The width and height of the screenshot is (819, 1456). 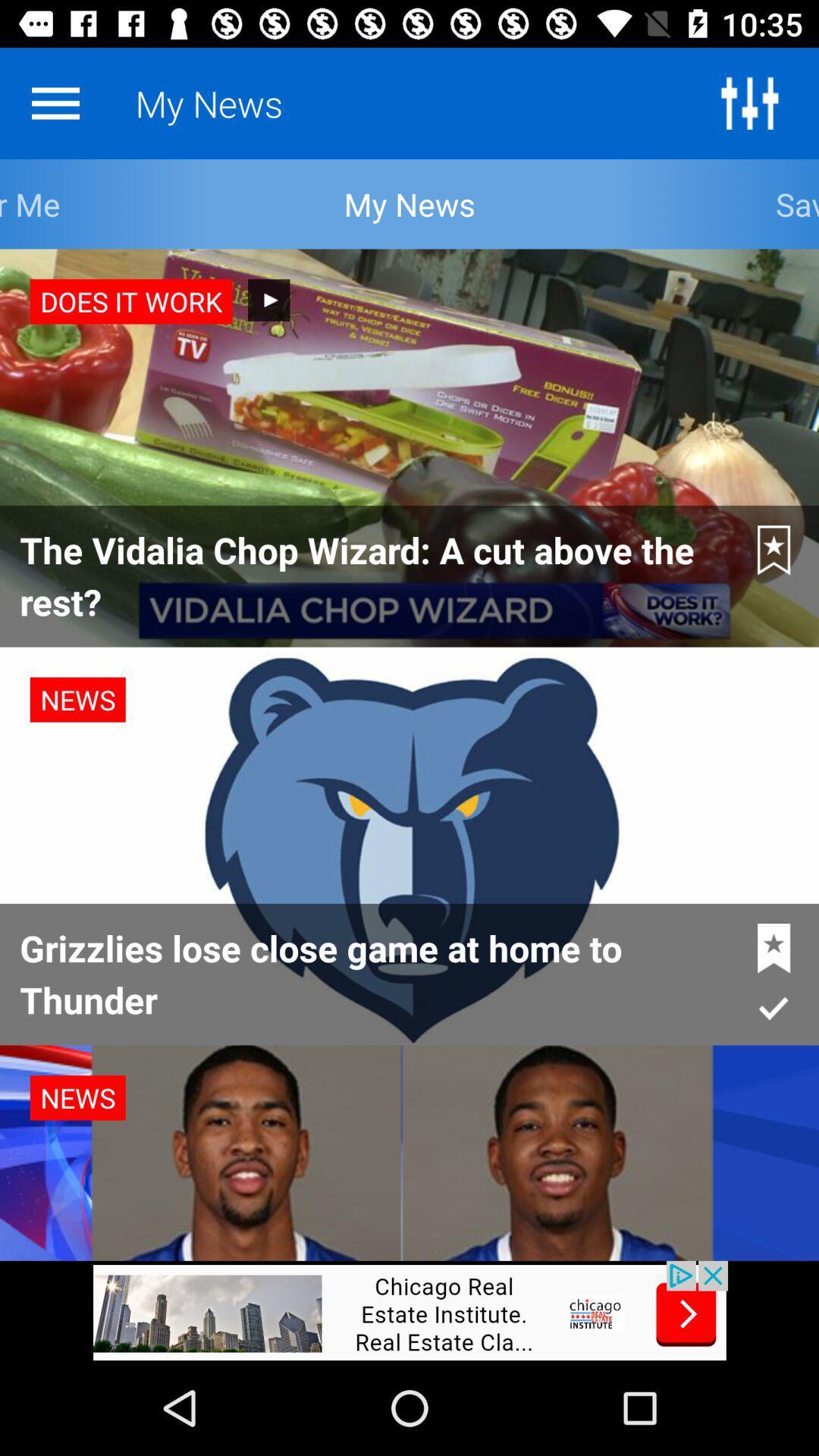 I want to click on the star icon which is beside game at home to thunder, so click(x=774, y=948).